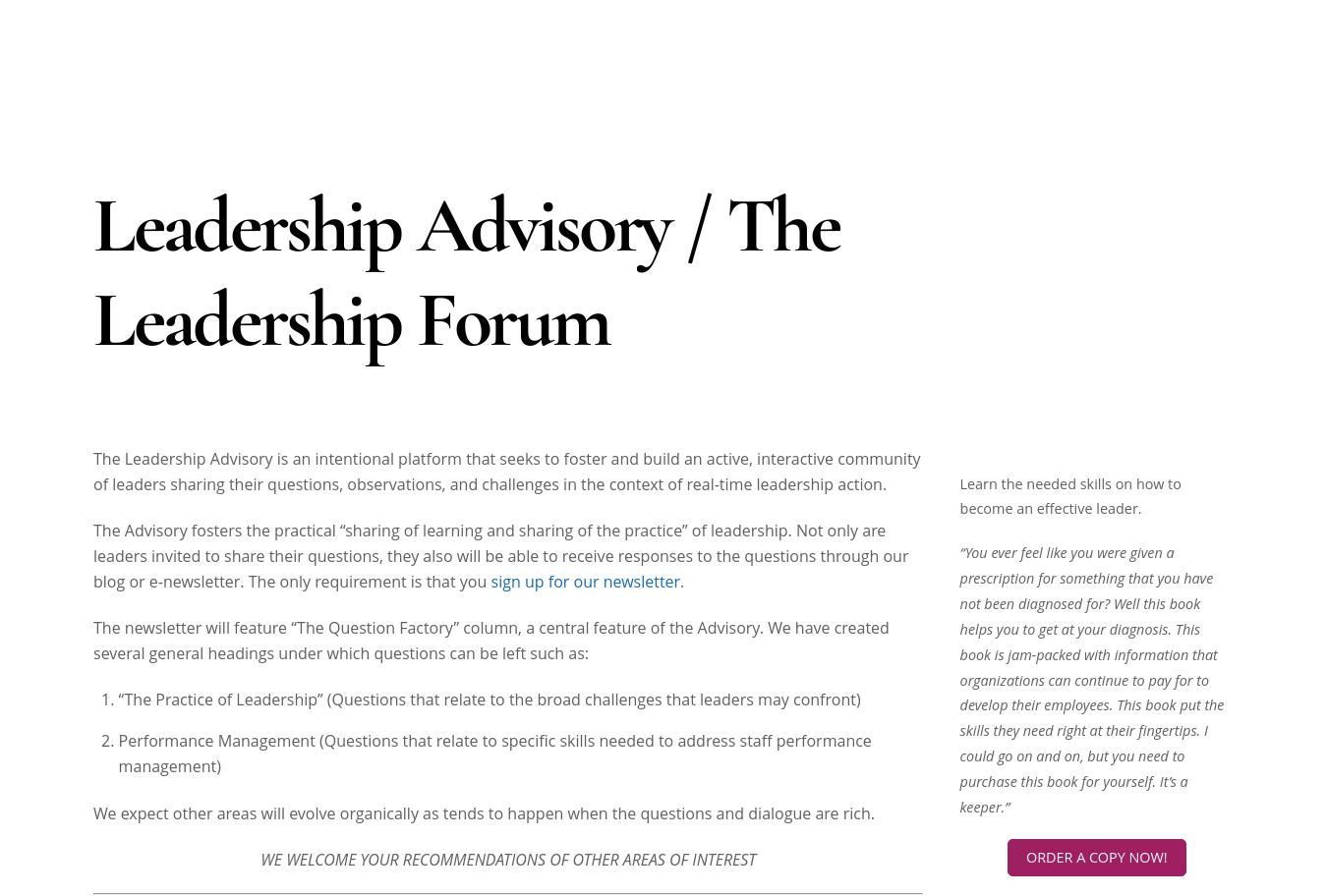  Describe the element at coordinates (1095, 513) in the screenshot. I see `'MORE EVENTS'` at that location.